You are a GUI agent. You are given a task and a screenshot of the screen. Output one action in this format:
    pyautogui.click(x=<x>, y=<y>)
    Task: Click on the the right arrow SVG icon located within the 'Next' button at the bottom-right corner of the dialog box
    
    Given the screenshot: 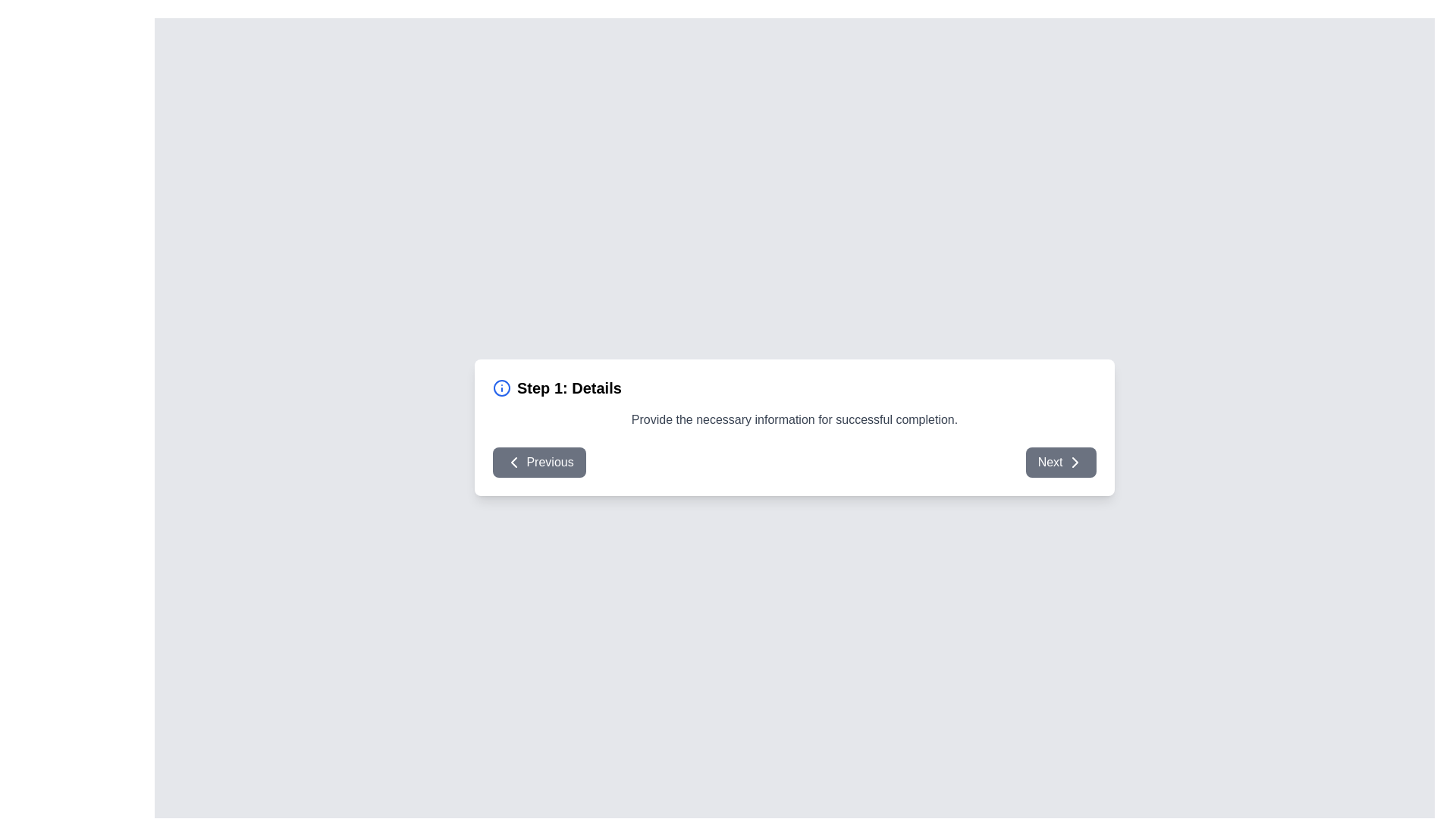 What is the action you would take?
    pyautogui.click(x=1074, y=461)
    